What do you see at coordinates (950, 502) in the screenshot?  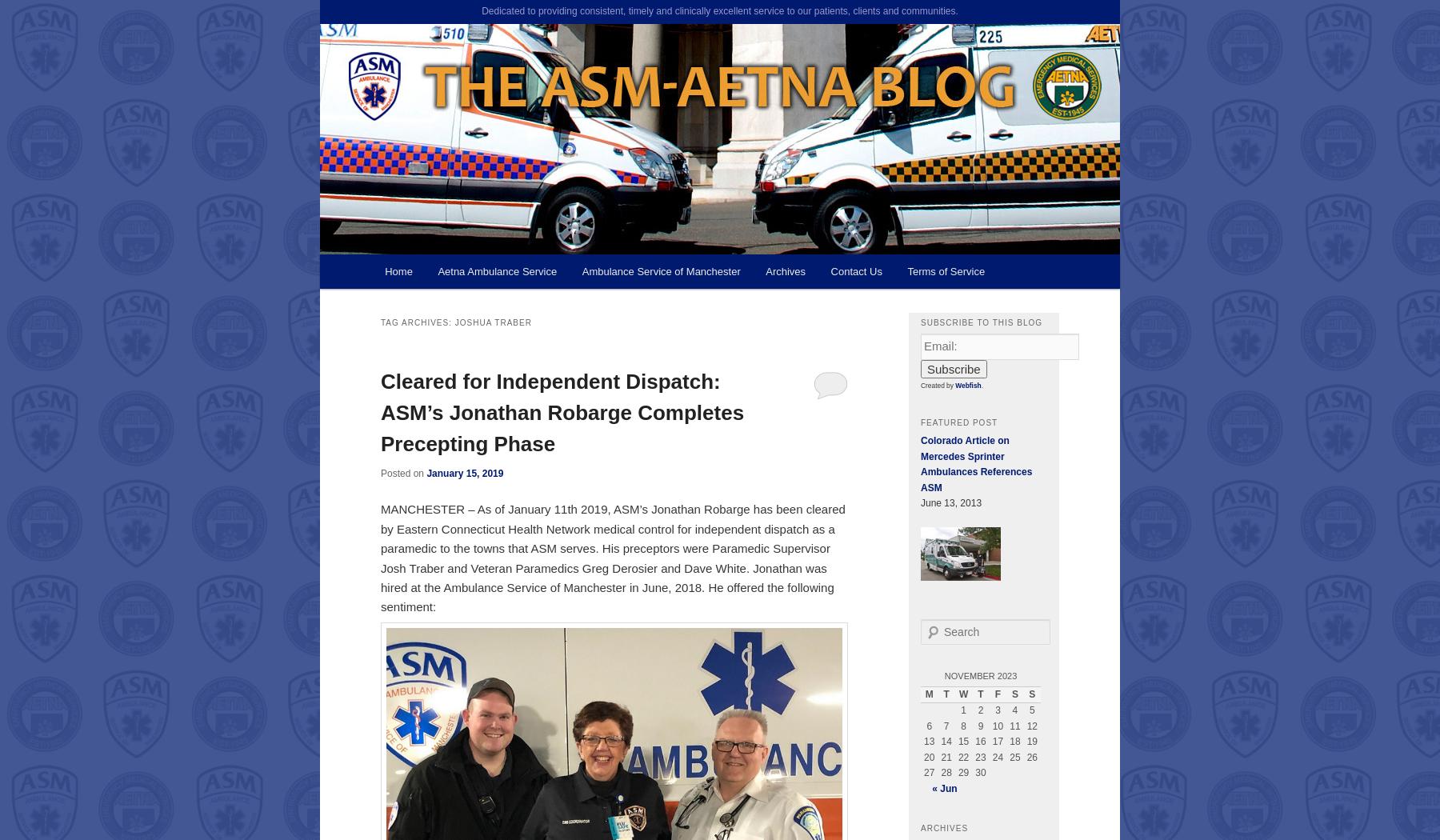 I see `'June 13, 2013'` at bounding box center [950, 502].